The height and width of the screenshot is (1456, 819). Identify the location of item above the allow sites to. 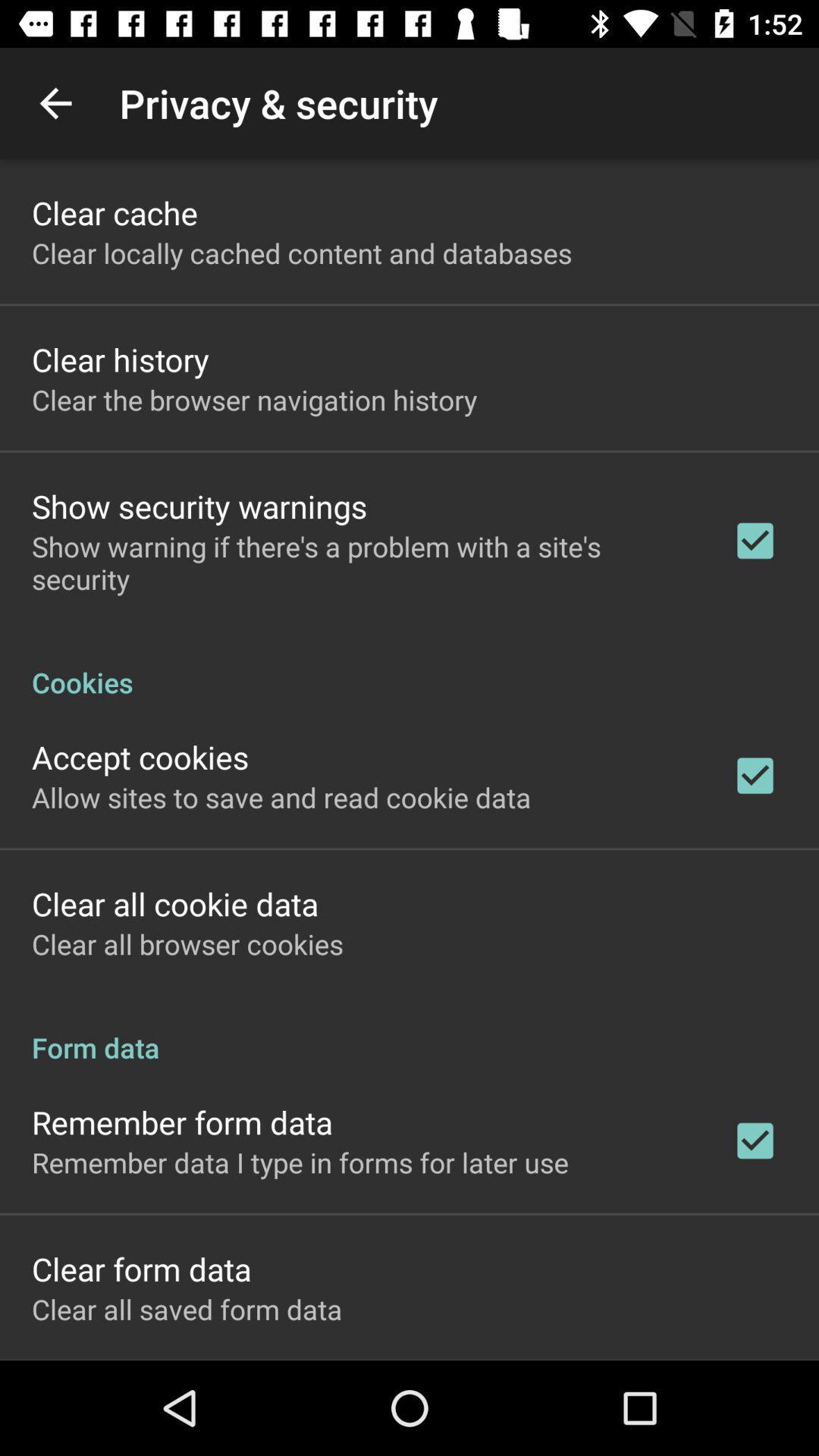
(140, 757).